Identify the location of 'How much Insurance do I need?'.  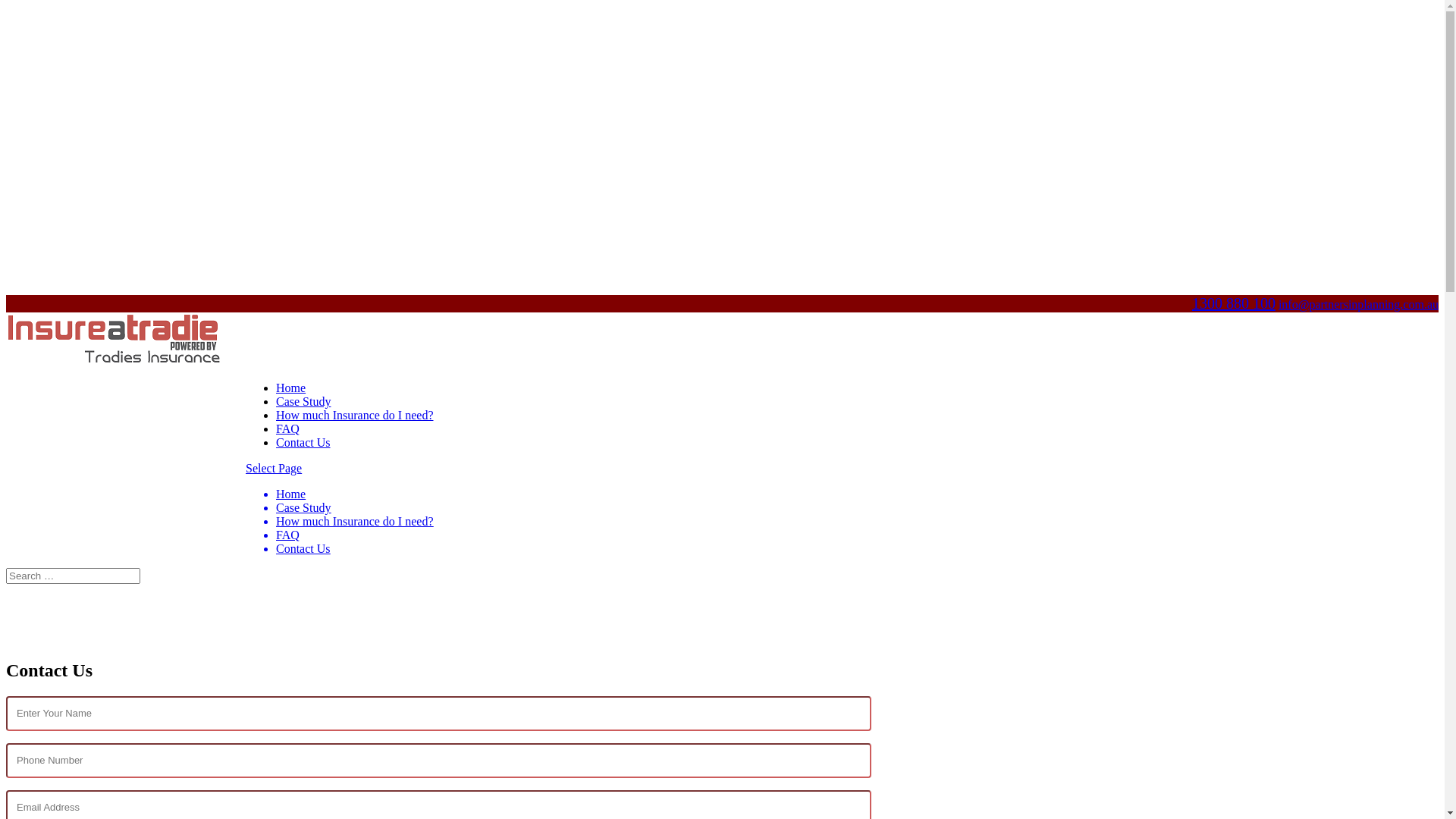
(276, 520).